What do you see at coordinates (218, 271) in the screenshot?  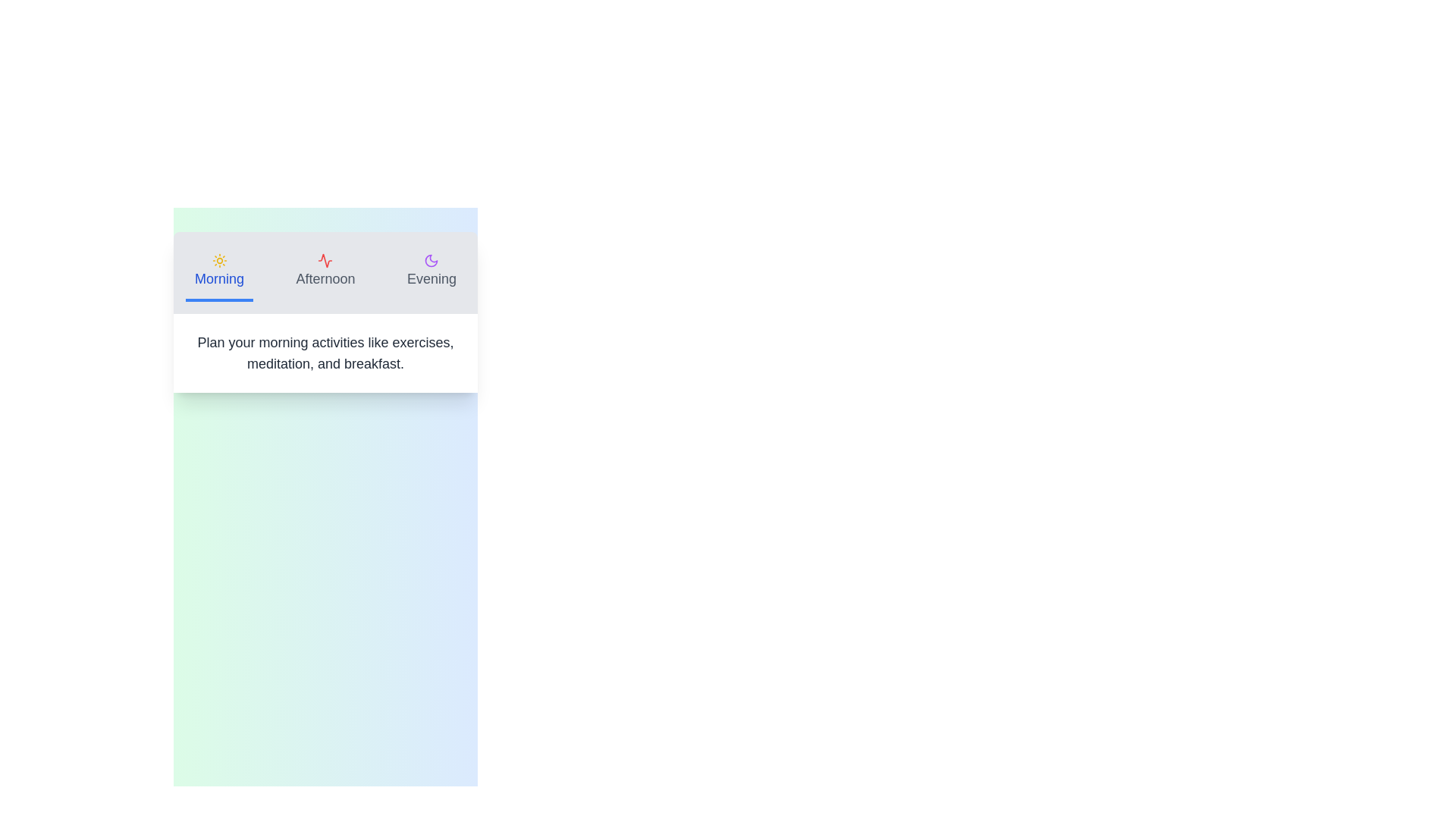 I see `the Morning tab by clicking on its button` at bounding box center [218, 271].